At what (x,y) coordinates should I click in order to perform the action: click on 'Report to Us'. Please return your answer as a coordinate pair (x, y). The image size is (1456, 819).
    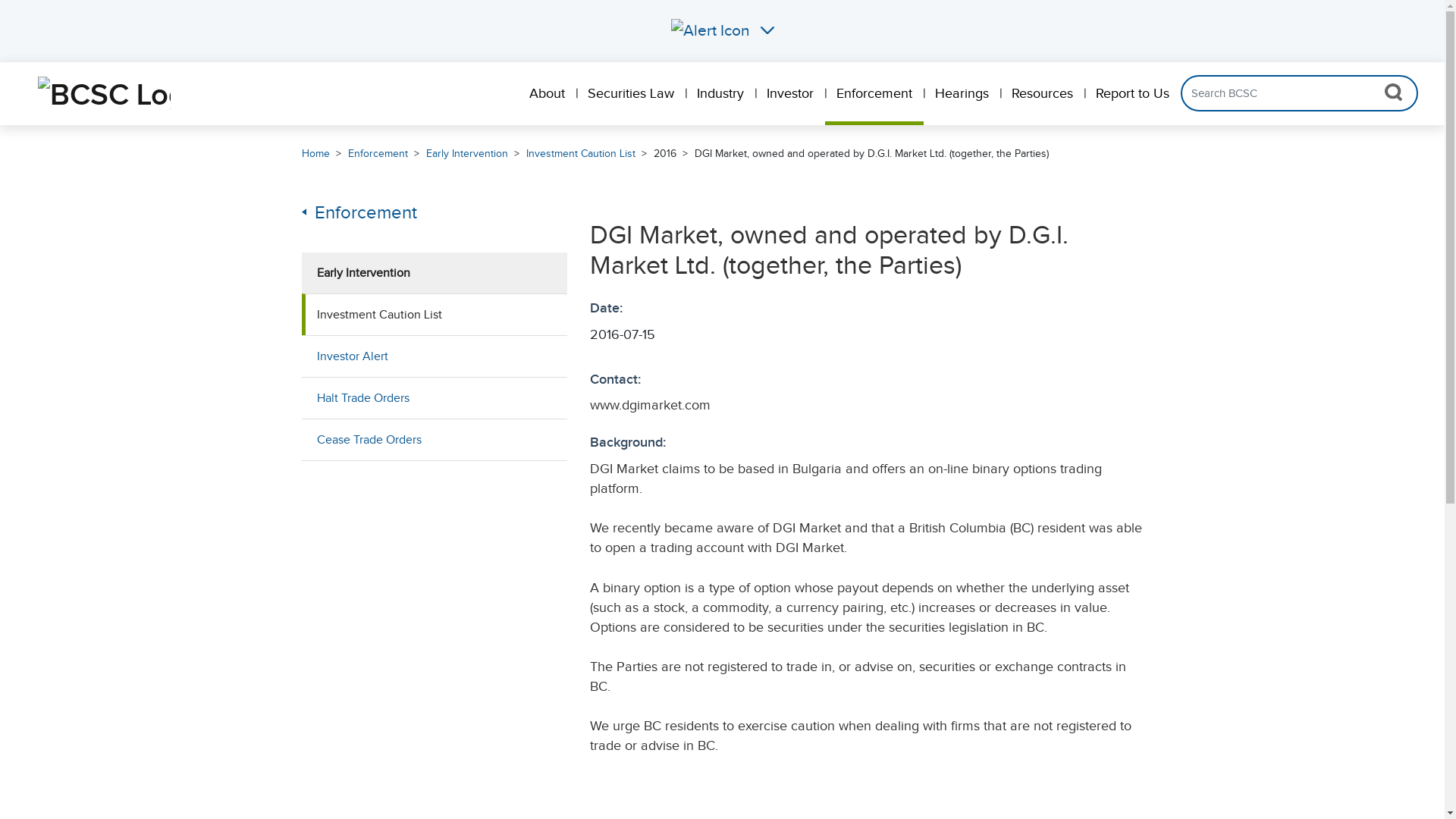
    Looking at the image, I should click on (1132, 93).